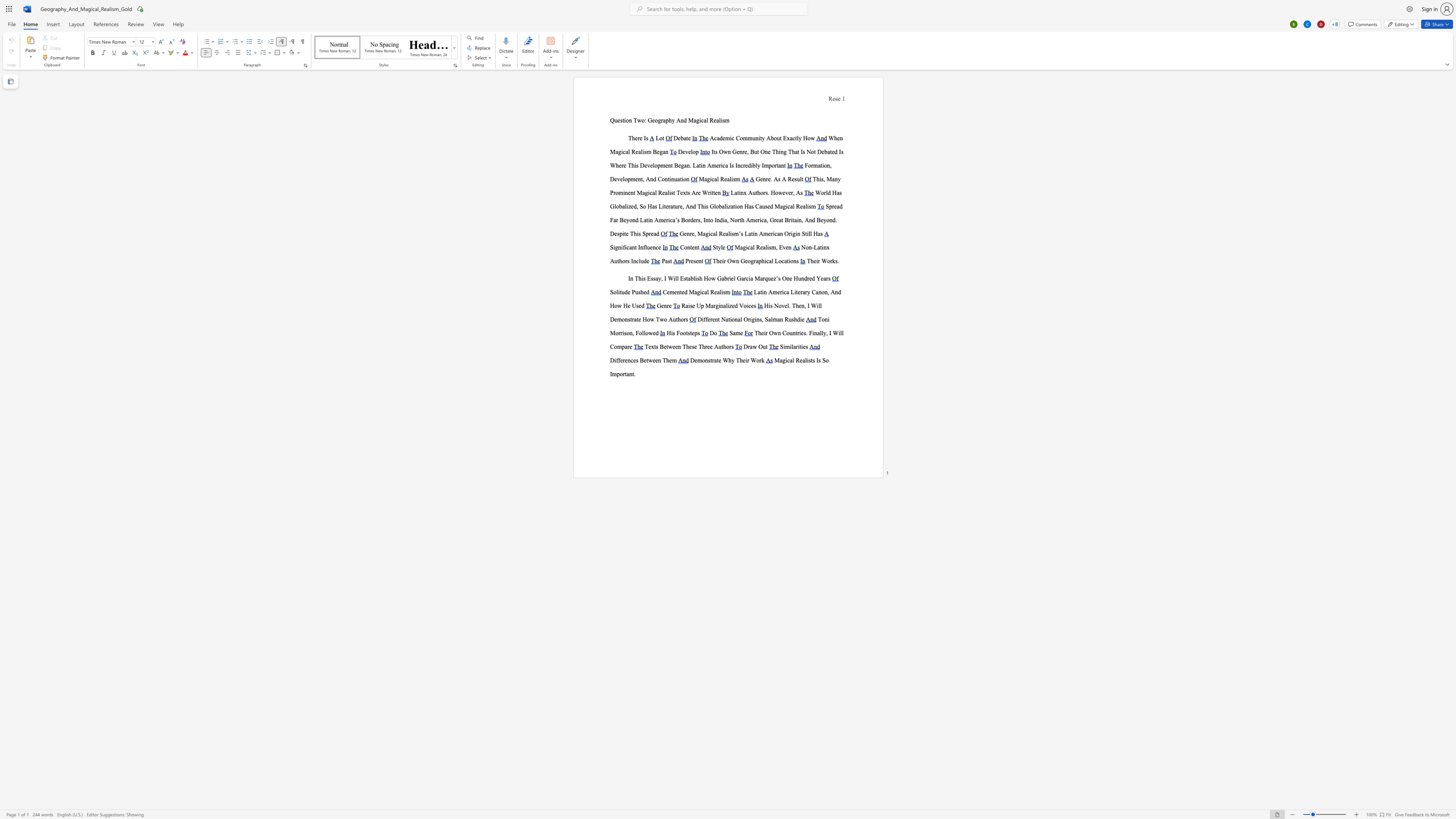  I want to click on the space between the continuous character "i" and "n" in the text, so click(824, 247).